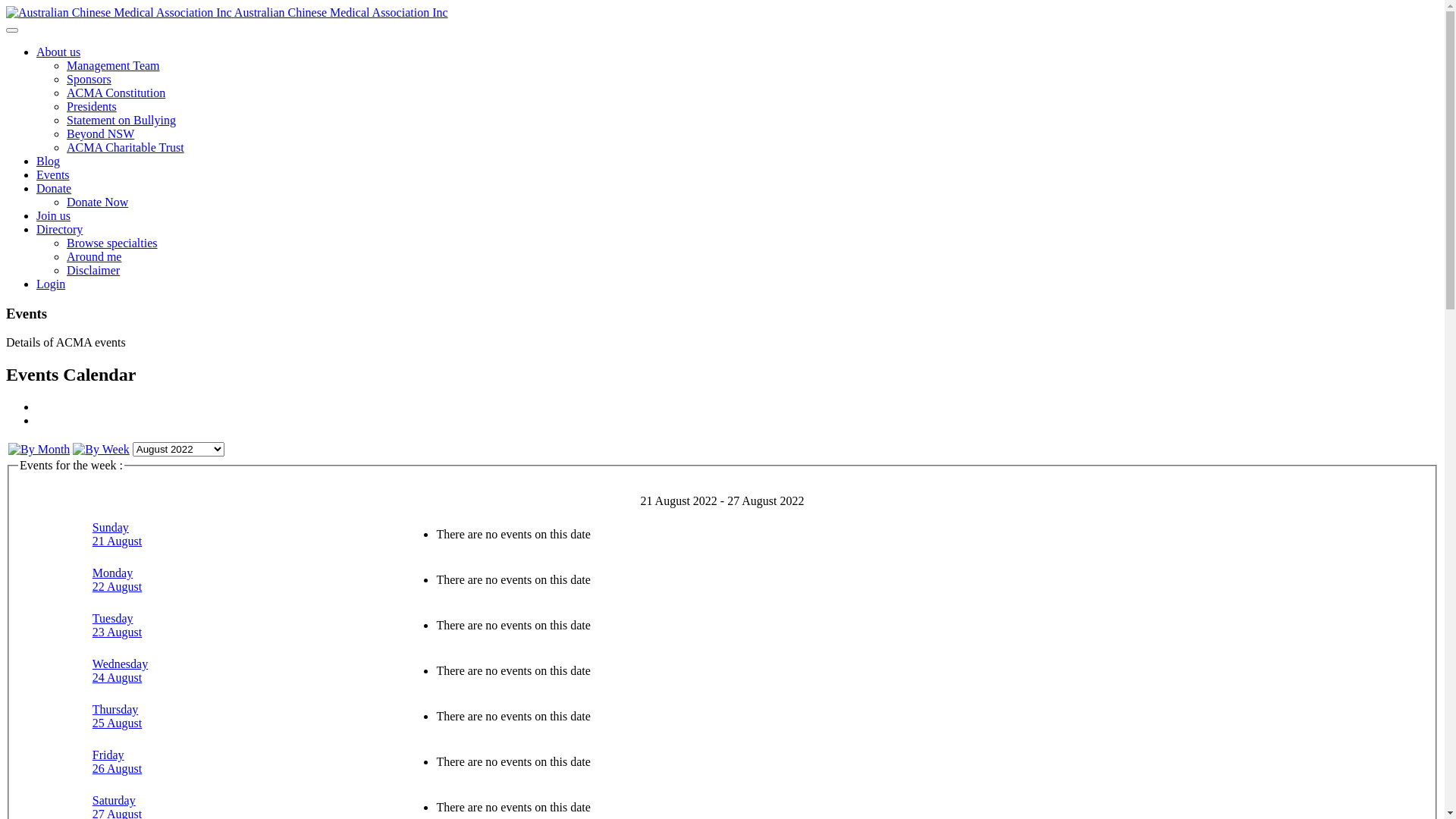  What do you see at coordinates (39, 448) in the screenshot?
I see `'By Month'` at bounding box center [39, 448].